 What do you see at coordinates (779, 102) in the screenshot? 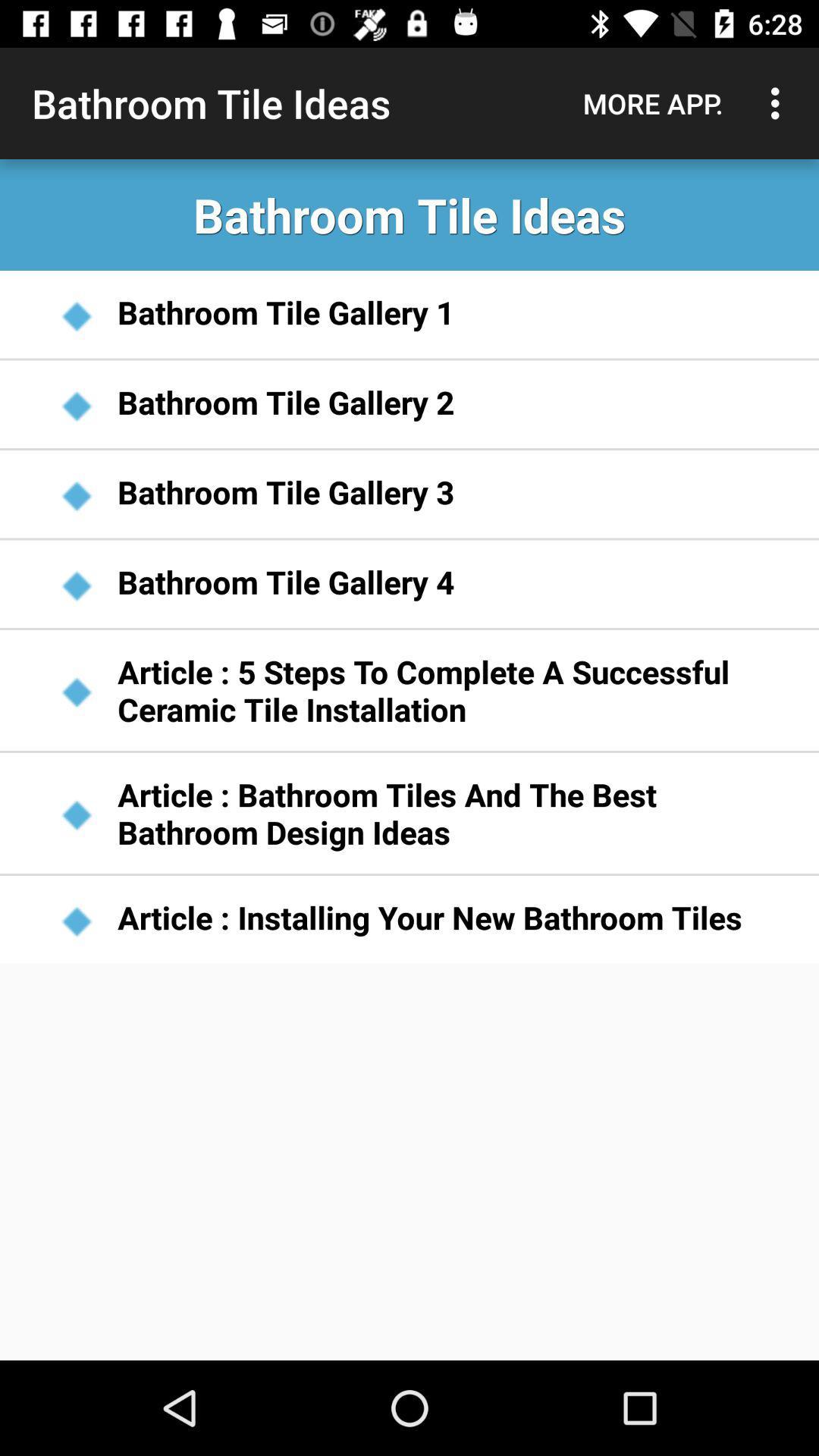
I see `icon next to more app.` at bounding box center [779, 102].